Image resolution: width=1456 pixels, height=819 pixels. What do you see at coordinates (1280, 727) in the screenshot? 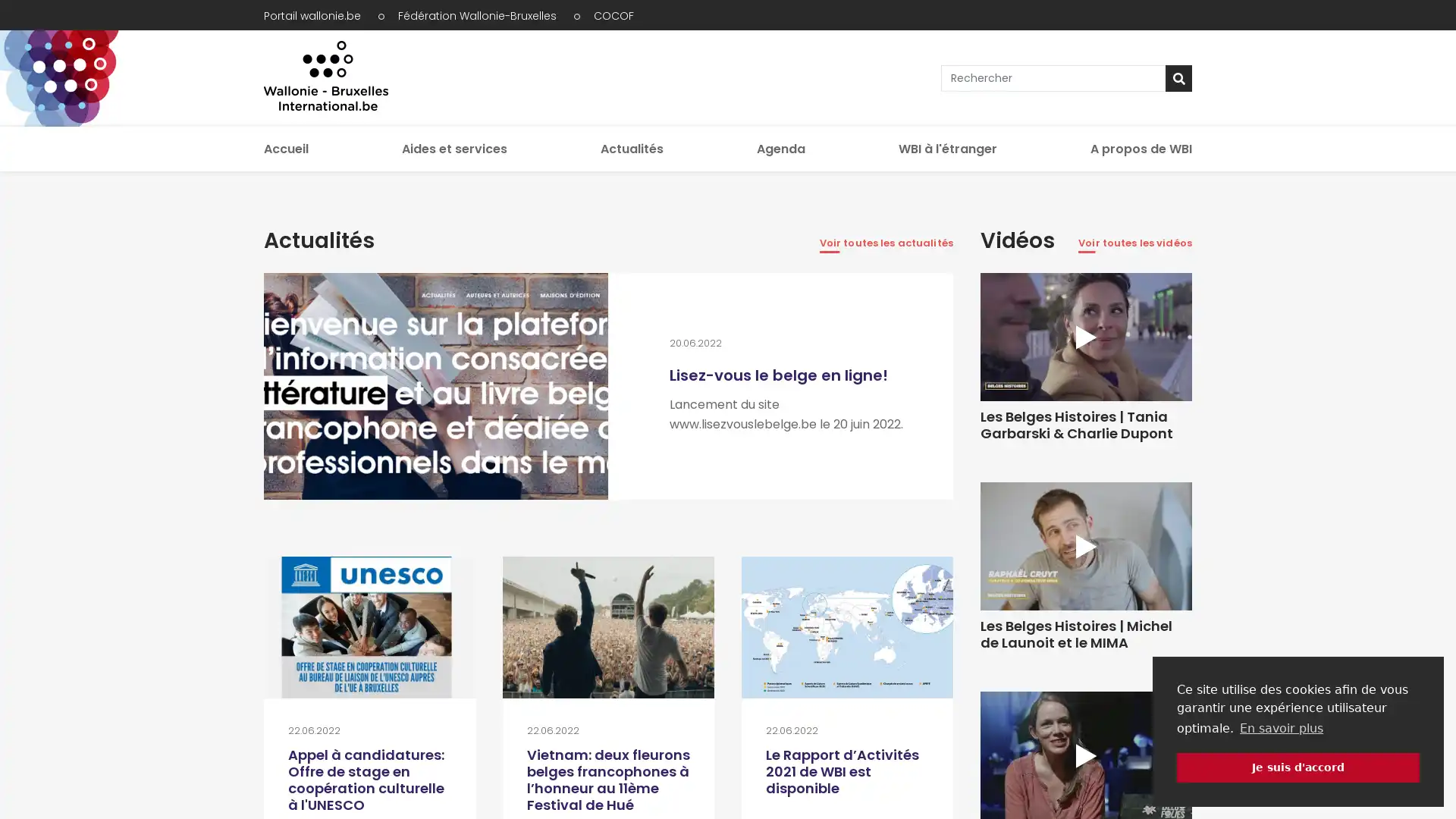
I see `learn more about cookies` at bounding box center [1280, 727].